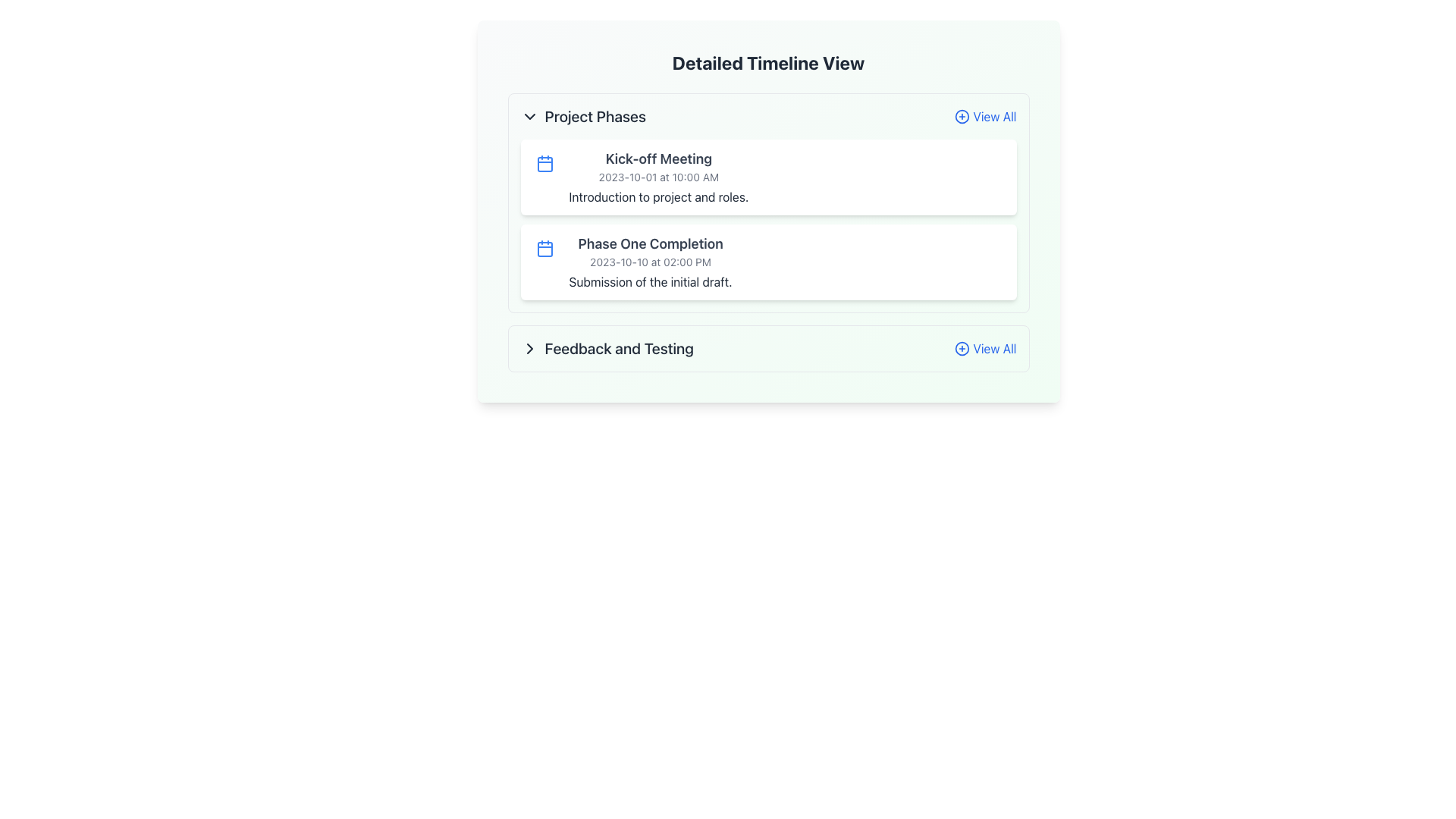 The image size is (1456, 819). I want to click on the decorative shape representing a calendar icon located to the left of the 'Kick-off Meeting' text in the project timeline section, so click(544, 164).